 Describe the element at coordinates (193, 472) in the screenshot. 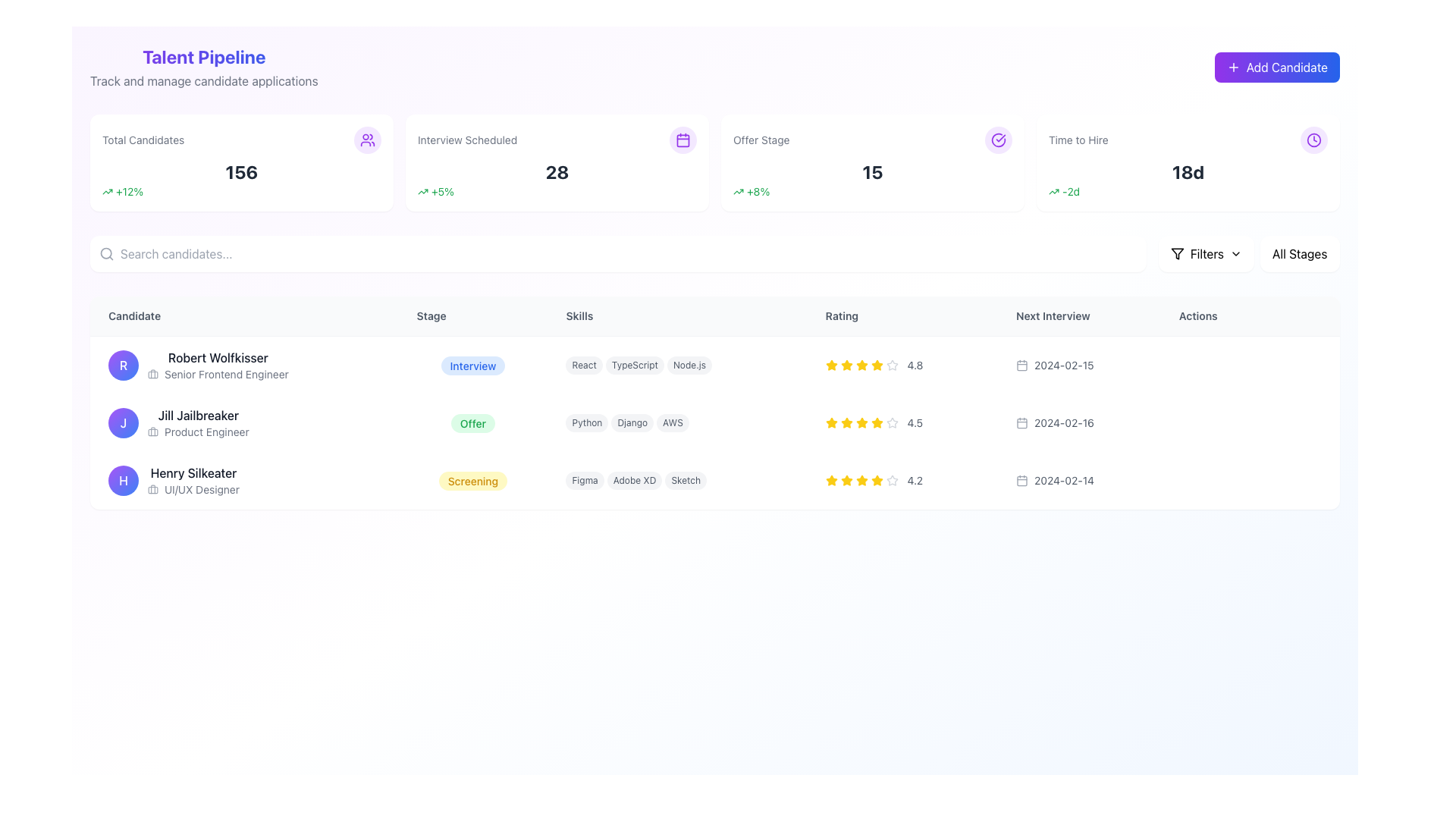

I see `the bold text label displaying 'Henry Silkeater' in the Candidate column of the table` at that location.